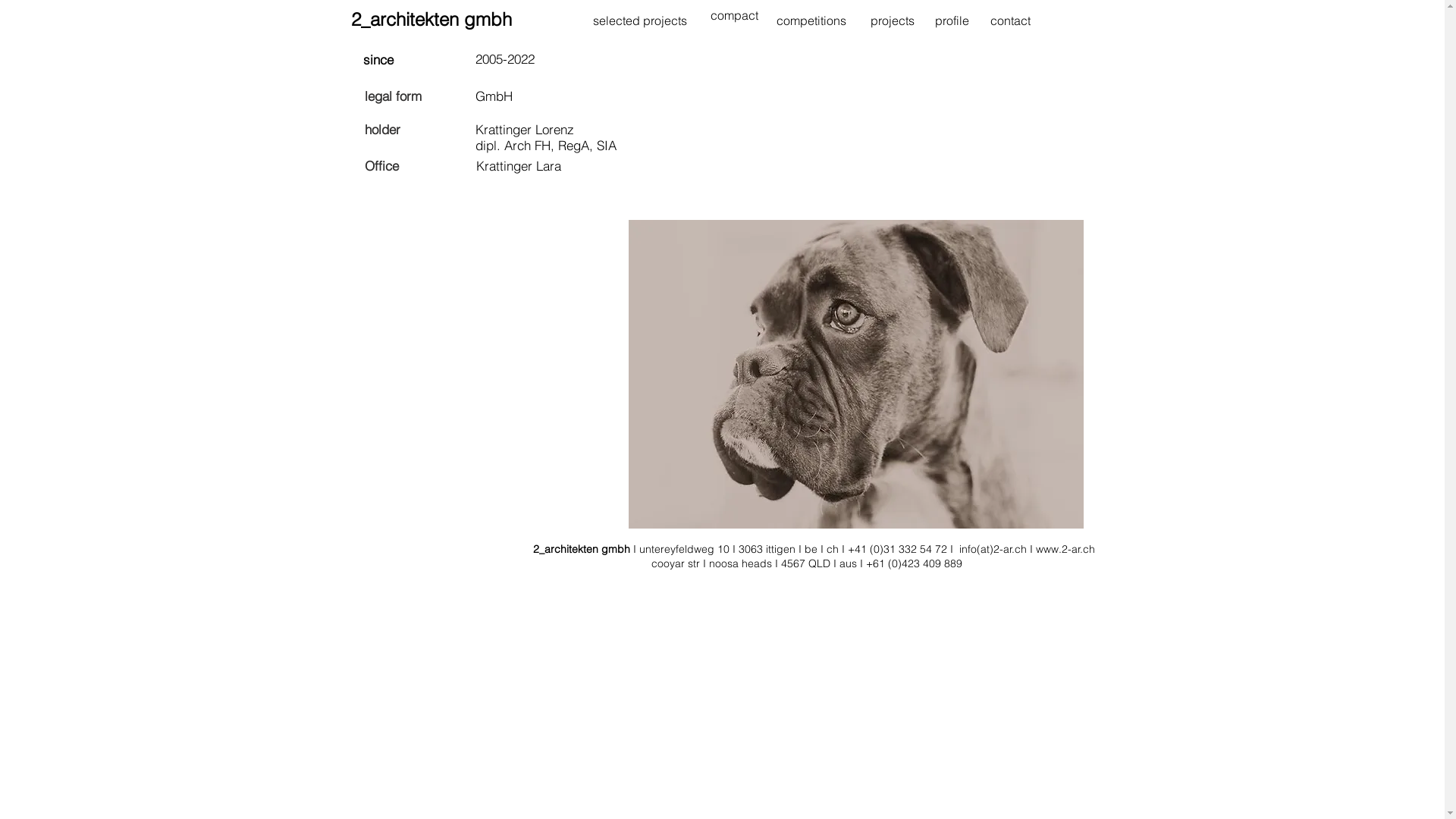 The image size is (1456, 819). Describe the element at coordinates (349, 19) in the screenshot. I see `'2_architekten gmbh'` at that location.